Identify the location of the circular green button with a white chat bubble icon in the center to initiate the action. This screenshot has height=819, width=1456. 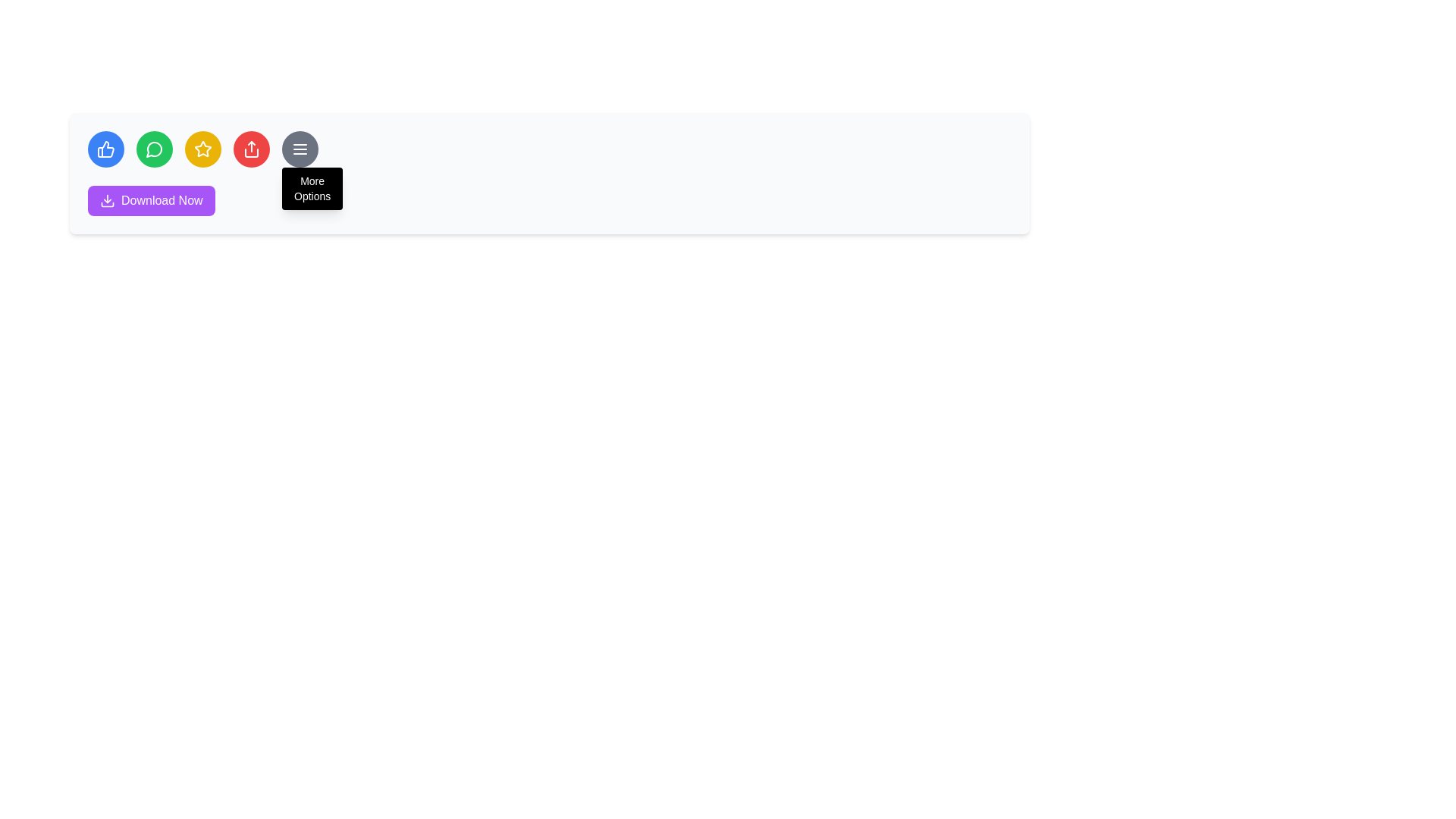
(154, 149).